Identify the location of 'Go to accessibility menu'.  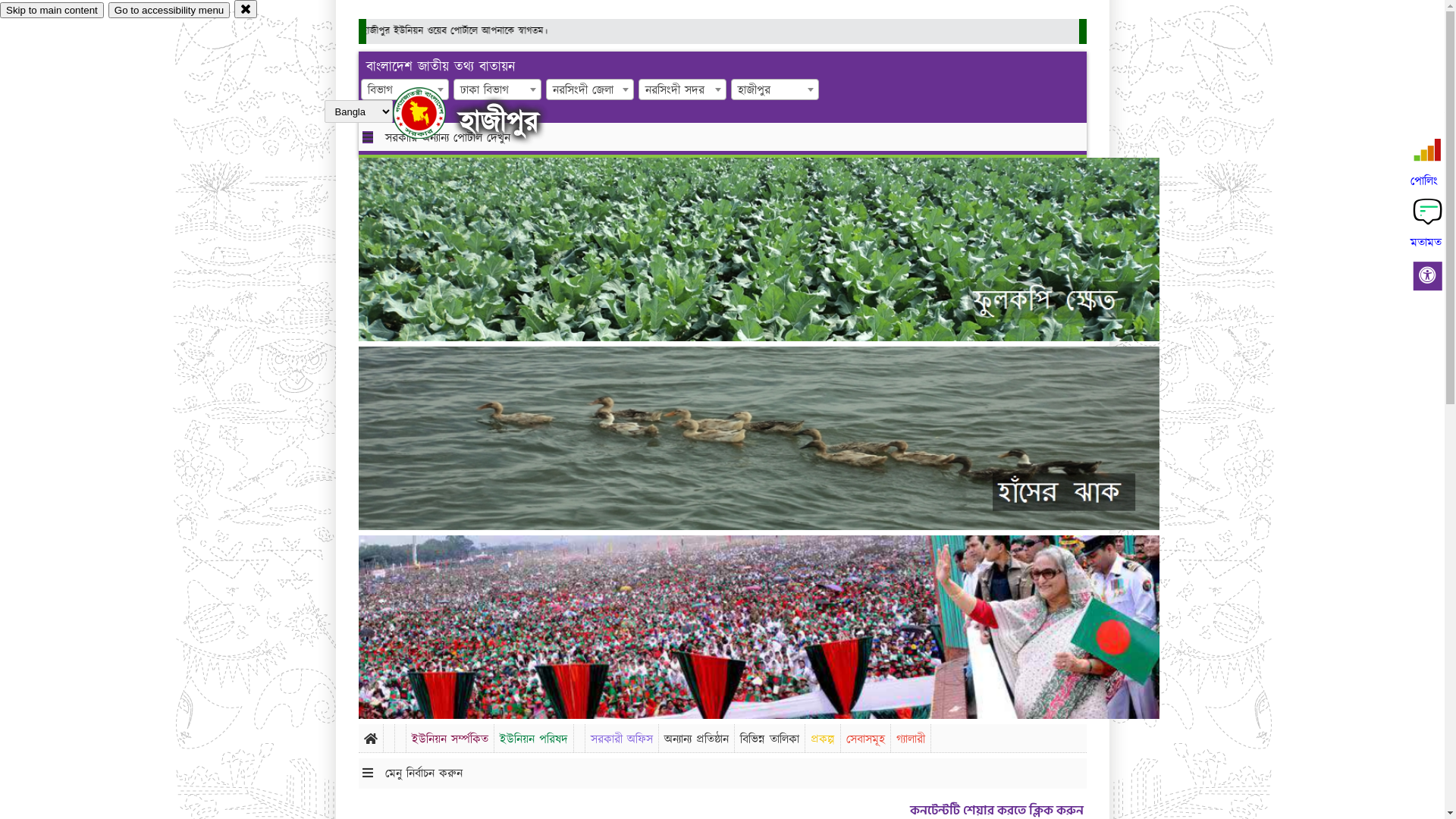
(168, 10).